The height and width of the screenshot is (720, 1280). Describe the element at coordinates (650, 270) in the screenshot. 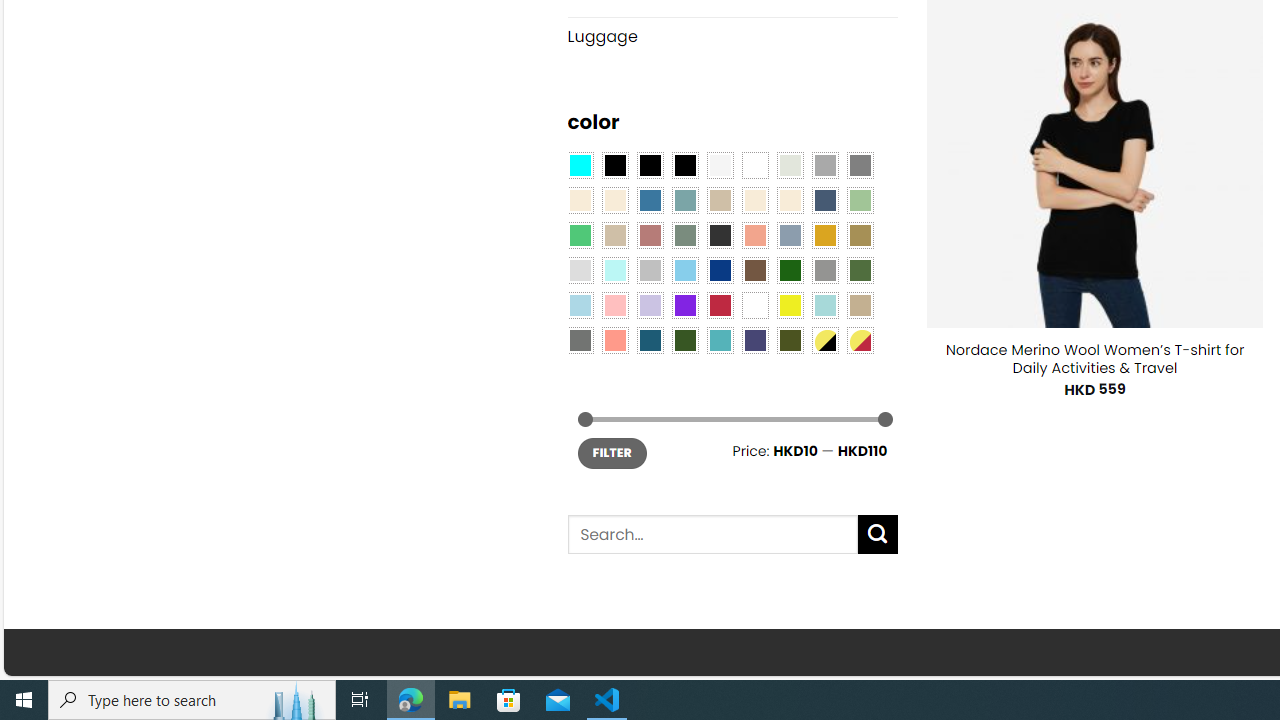

I see `'Silver'` at that location.